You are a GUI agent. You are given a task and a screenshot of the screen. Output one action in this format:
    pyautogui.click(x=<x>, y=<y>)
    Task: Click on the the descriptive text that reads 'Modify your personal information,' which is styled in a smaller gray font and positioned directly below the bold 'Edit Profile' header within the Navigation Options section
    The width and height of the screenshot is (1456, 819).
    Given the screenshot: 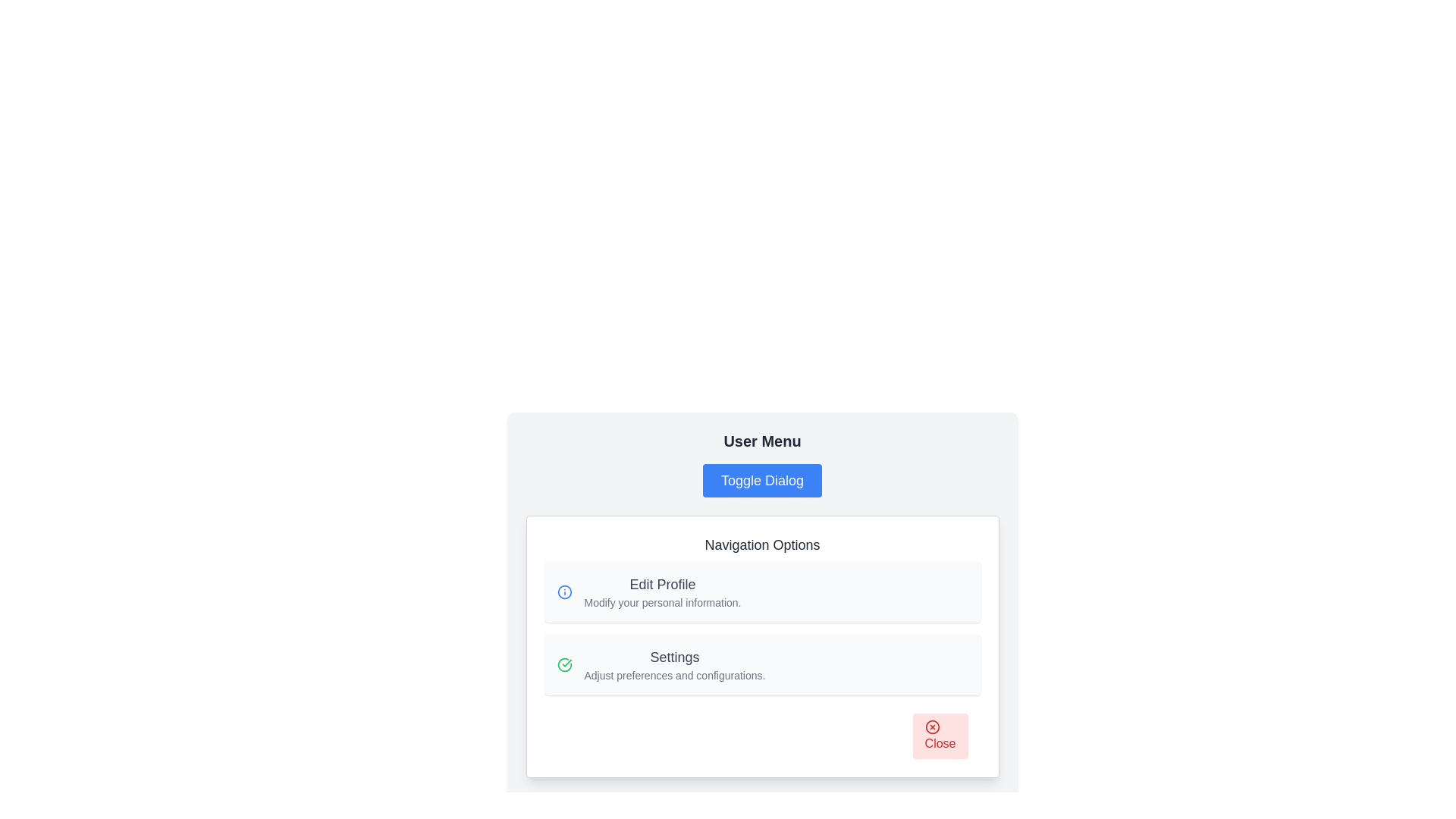 What is the action you would take?
    pyautogui.click(x=662, y=601)
    